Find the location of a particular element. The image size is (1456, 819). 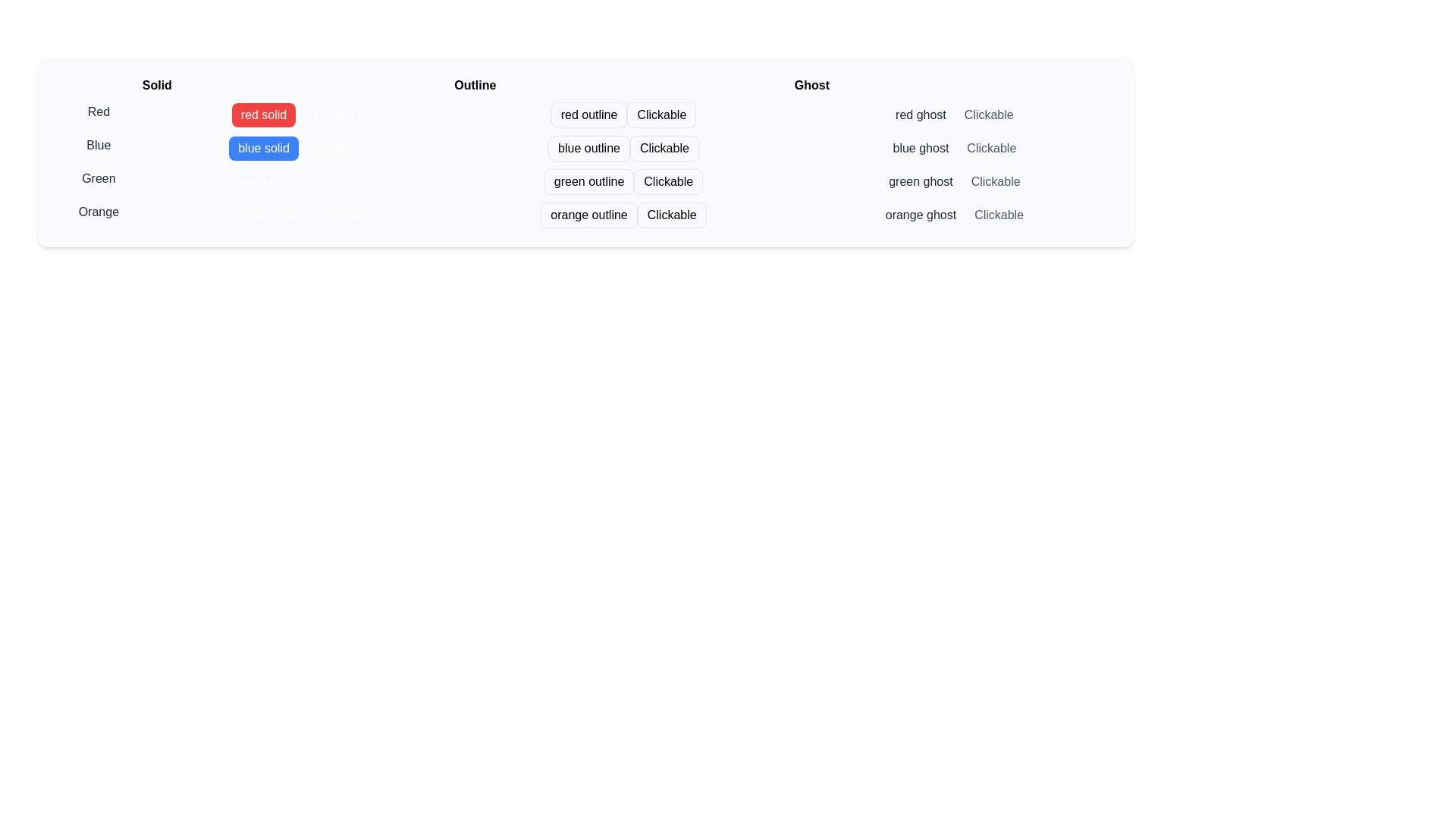

the button-like text labeled 'Clickable', which is a rounded rectangular shape with gray font color, located in the 'Ghost' table row to the right of the 'orange ghost' text is located at coordinates (999, 215).